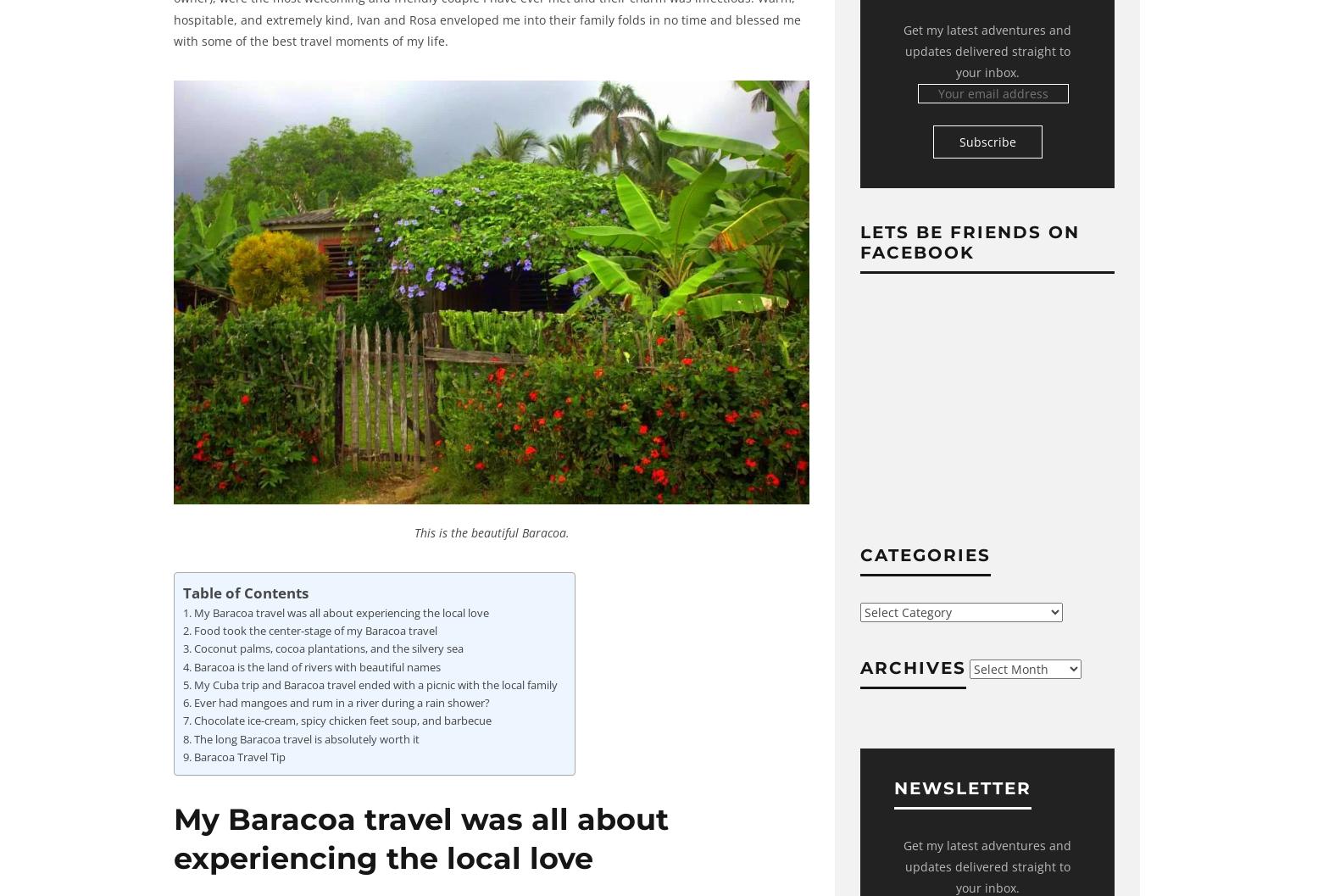  I want to click on 'Baracoa is the land of rivers with beautiful names', so click(316, 667).